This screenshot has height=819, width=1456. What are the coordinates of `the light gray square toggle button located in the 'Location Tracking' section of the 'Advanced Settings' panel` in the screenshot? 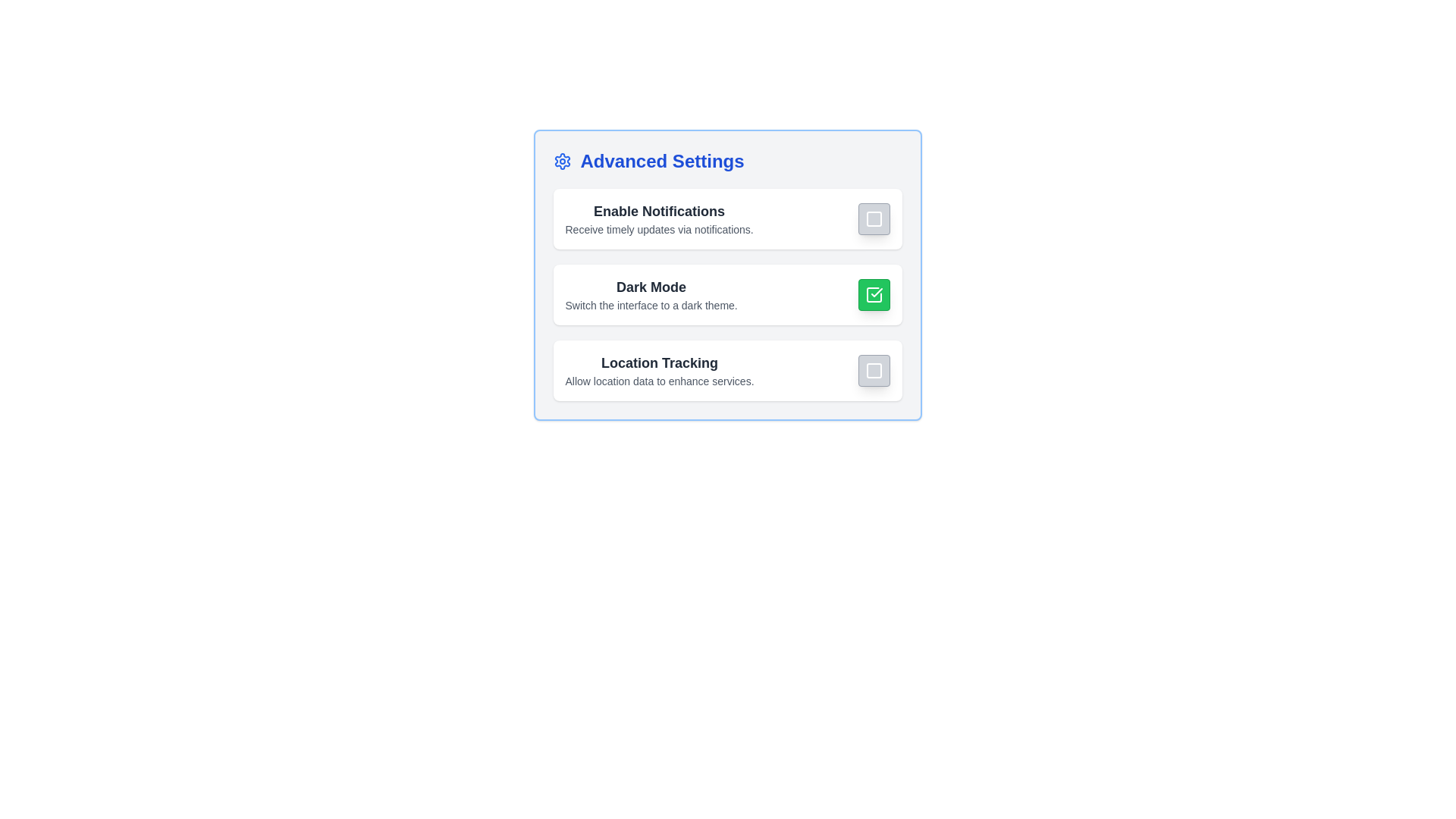 It's located at (874, 371).